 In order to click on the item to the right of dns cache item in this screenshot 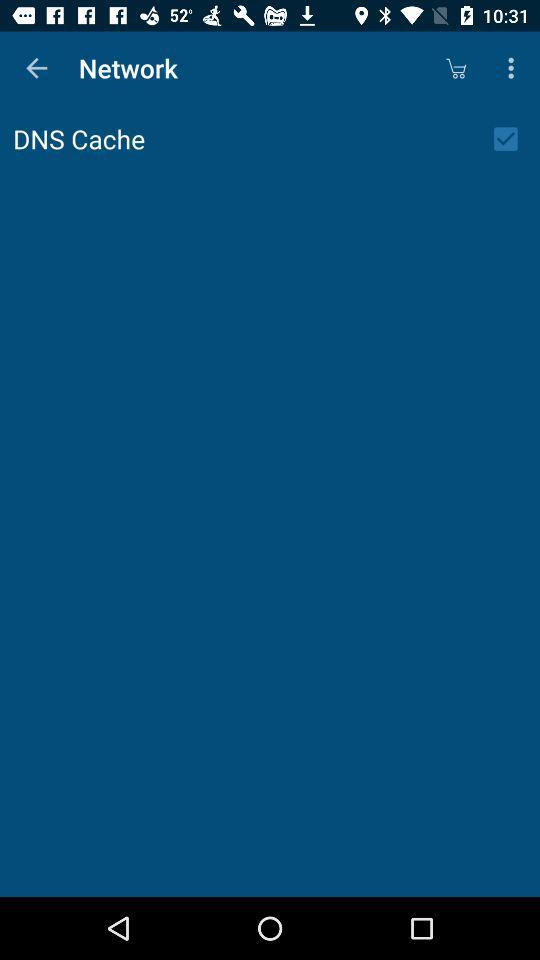, I will do `click(512, 138)`.